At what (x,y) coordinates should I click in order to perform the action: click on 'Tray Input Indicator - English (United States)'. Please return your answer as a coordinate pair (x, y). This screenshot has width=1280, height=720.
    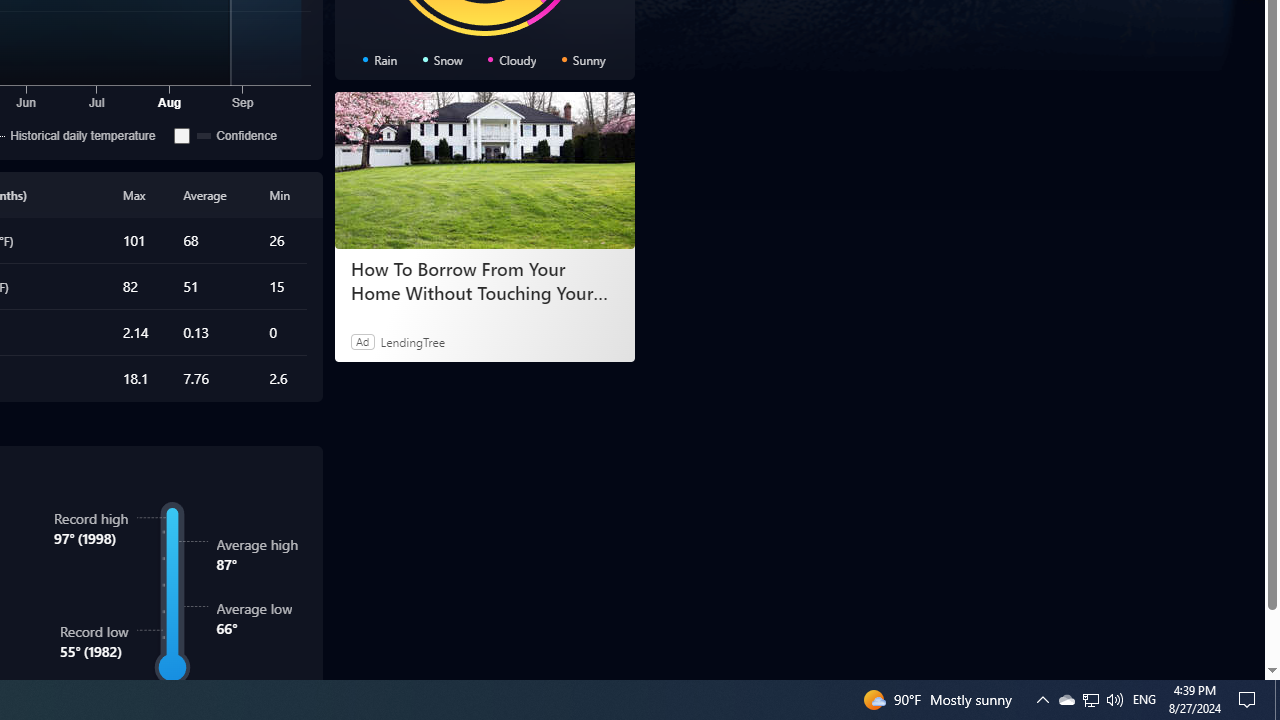
    Looking at the image, I should click on (1144, 698).